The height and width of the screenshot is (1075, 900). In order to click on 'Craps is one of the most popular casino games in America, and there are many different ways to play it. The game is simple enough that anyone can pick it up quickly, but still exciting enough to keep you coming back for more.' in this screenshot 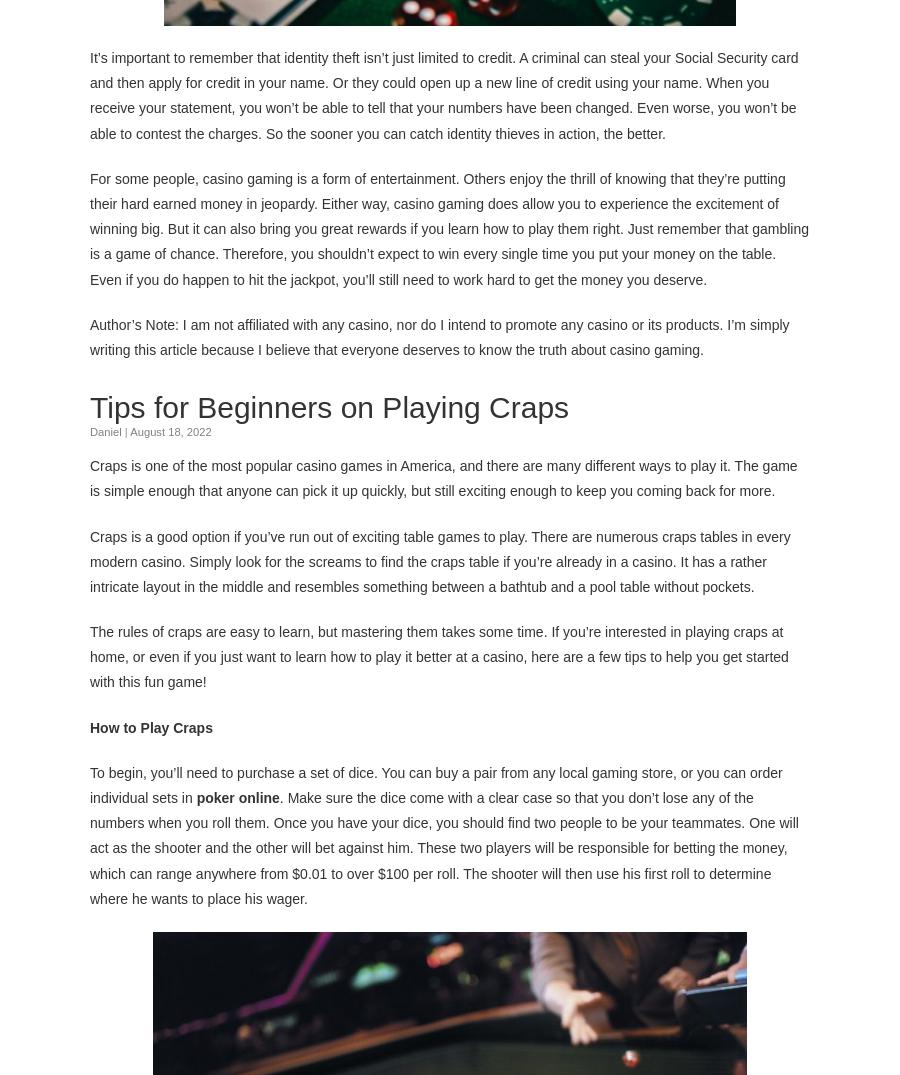, I will do `click(443, 477)`.